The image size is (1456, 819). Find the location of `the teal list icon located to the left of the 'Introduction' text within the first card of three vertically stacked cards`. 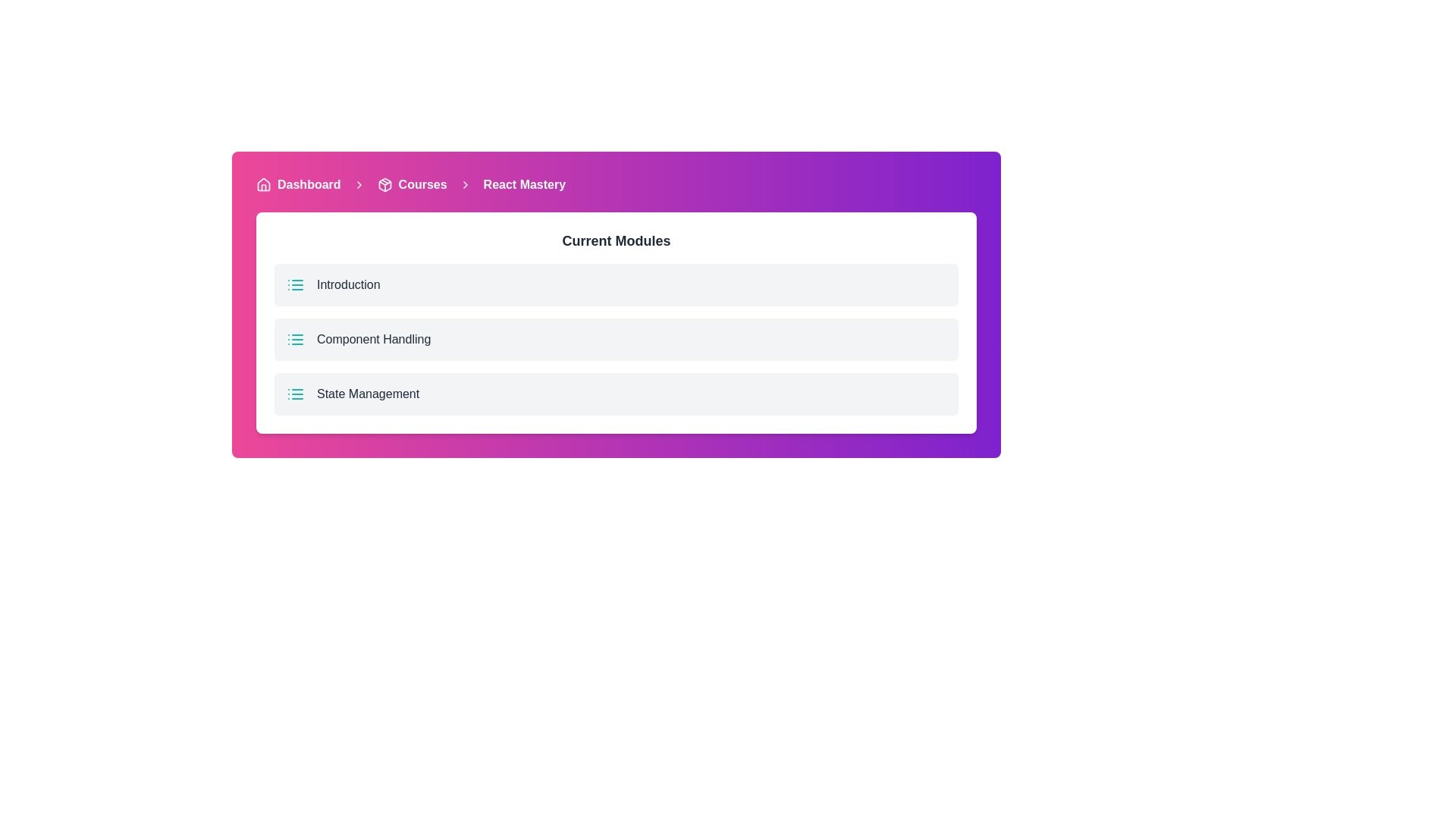

the teal list icon located to the left of the 'Introduction' text within the first card of three vertically stacked cards is located at coordinates (295, 284).